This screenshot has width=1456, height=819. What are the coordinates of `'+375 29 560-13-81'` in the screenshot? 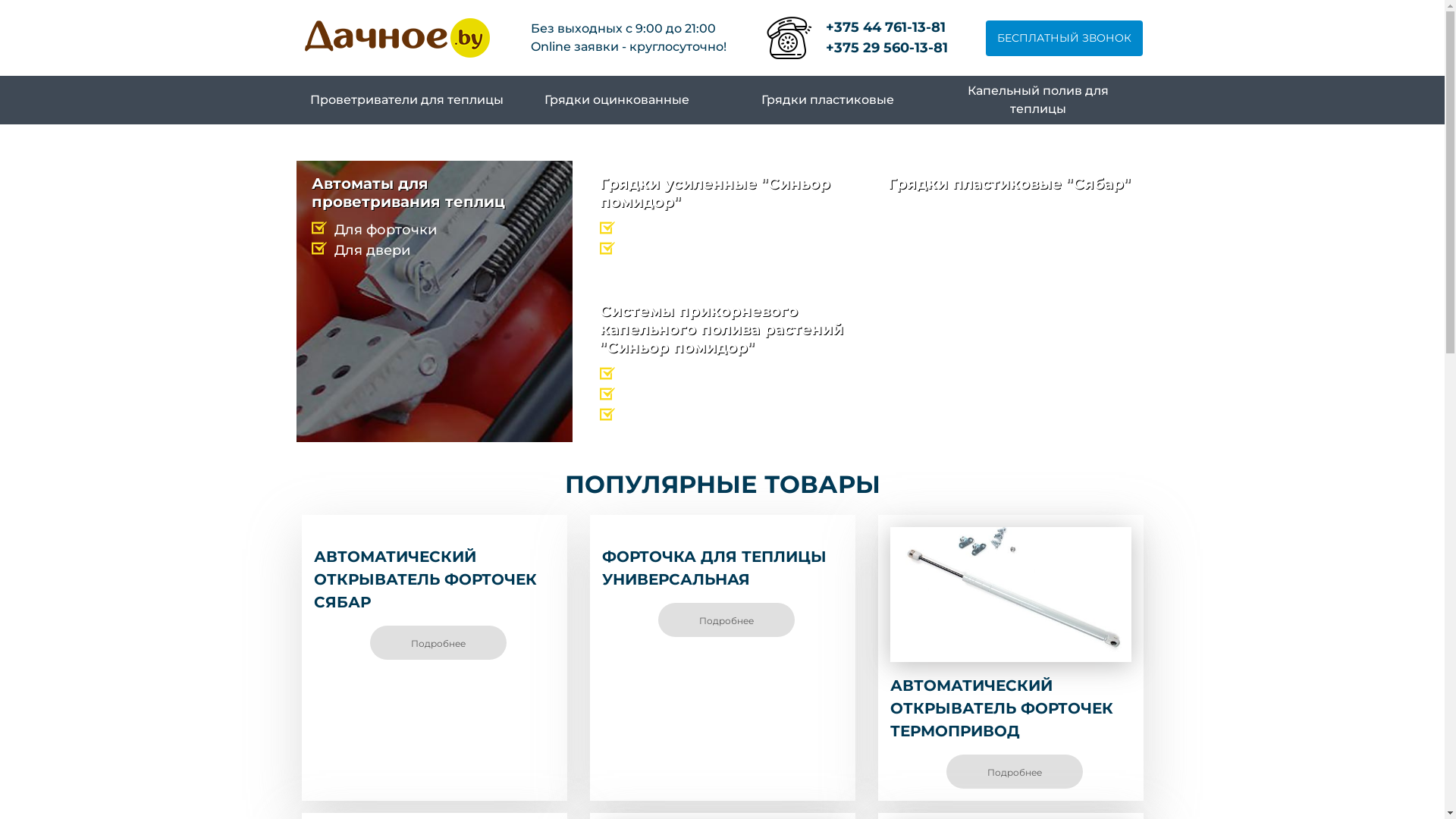 It's located at (886, 47).